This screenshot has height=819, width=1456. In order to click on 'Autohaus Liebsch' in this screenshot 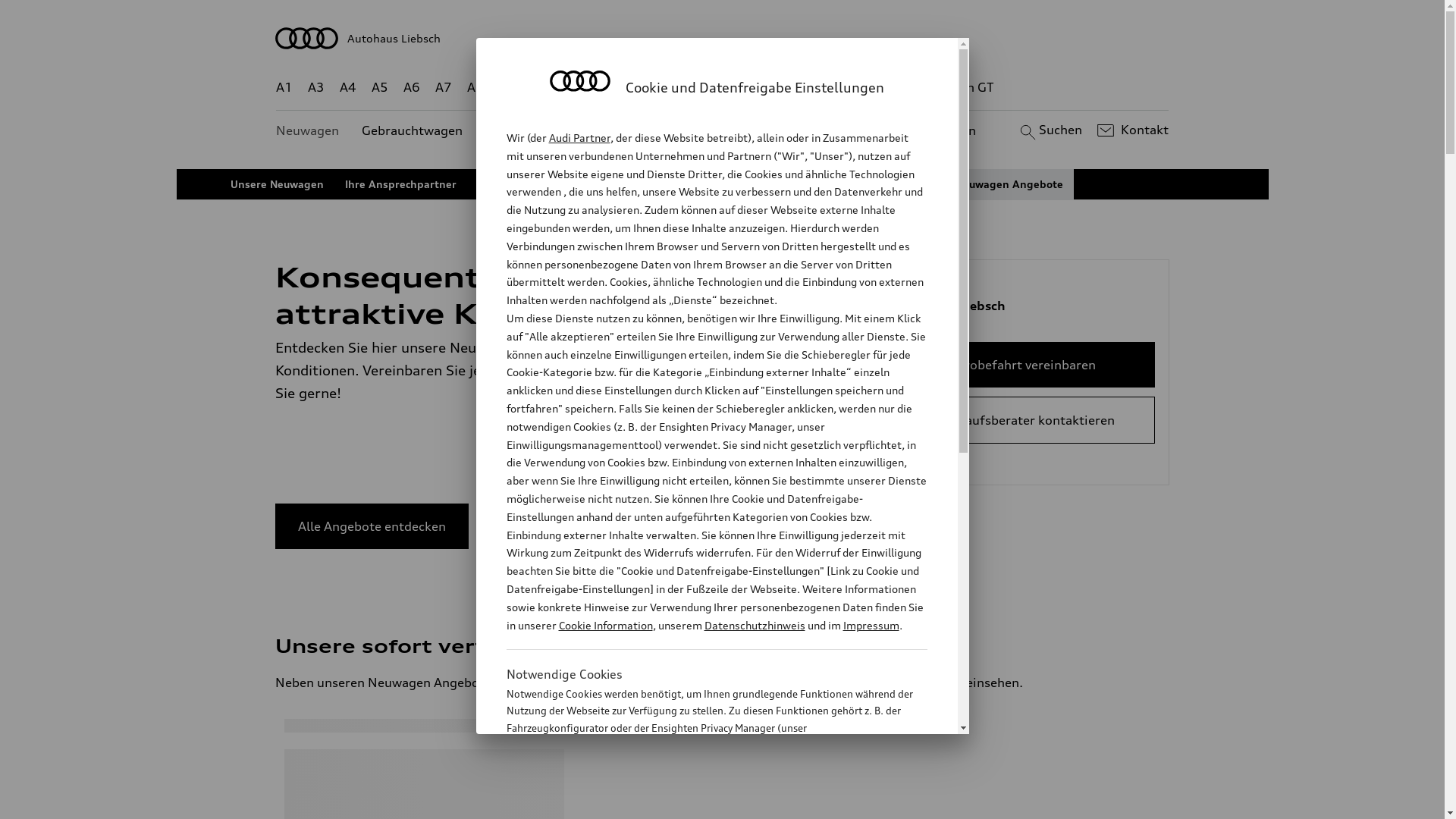, I will do `click(275, 37)`.